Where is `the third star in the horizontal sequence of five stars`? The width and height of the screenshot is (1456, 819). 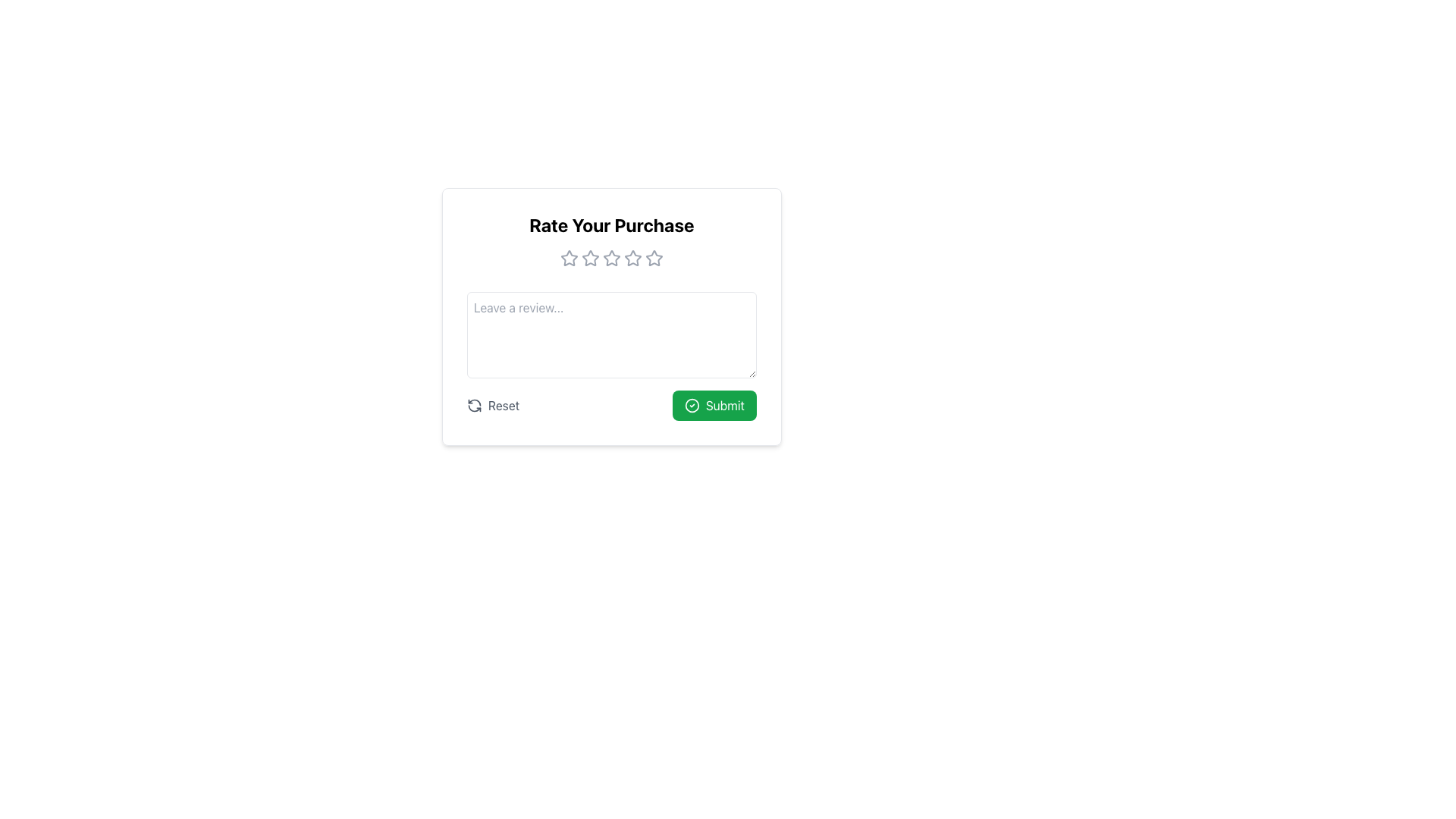 the third star in the horizontal sequence of five stars is located at coordinates (589, 257).